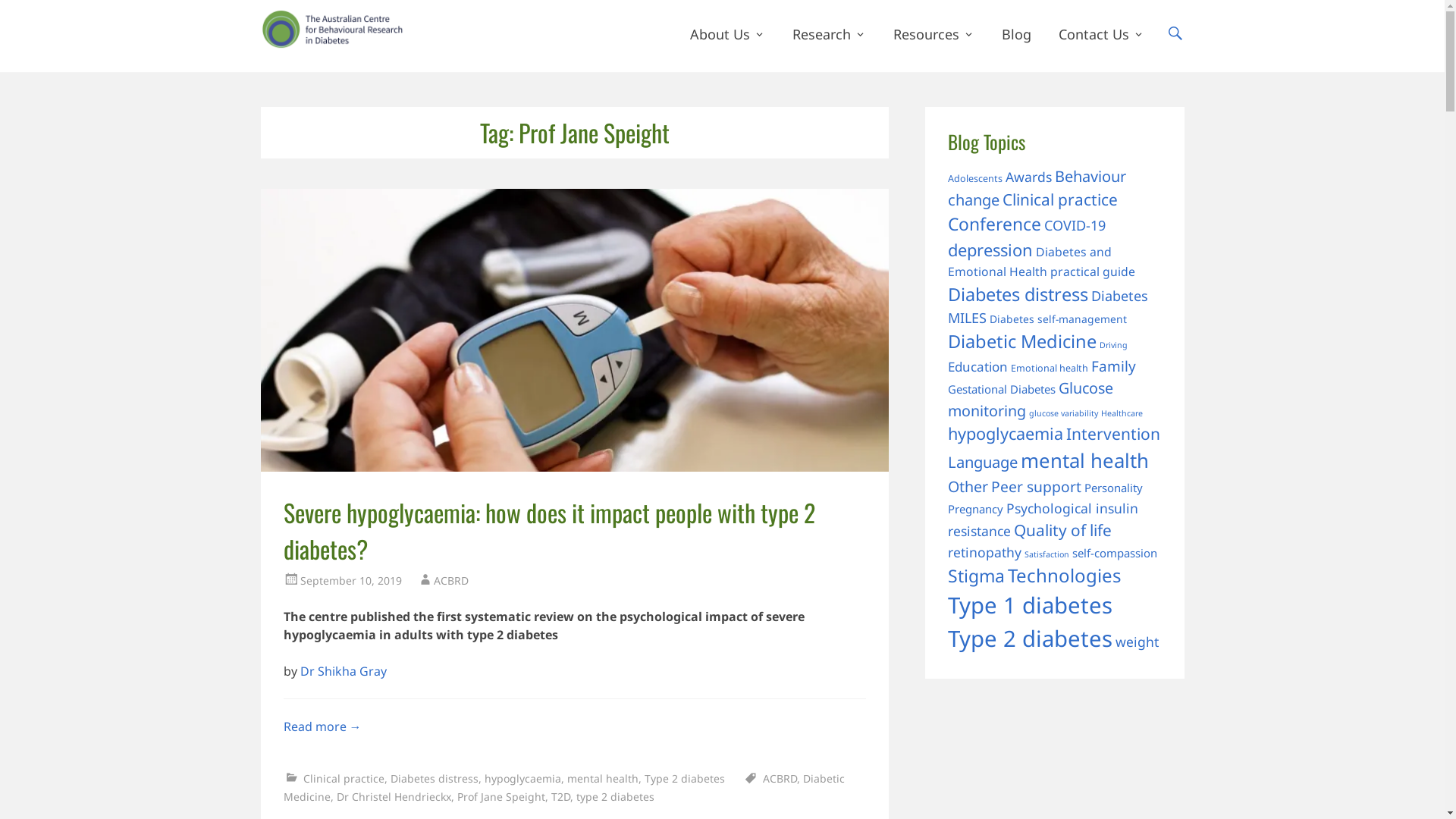 Image resolution: width=1456 pixels, height=819 pixels. Describe the element at coordinates (1100, 413) in the screenshot. I see `'Healthcare'` at that location.